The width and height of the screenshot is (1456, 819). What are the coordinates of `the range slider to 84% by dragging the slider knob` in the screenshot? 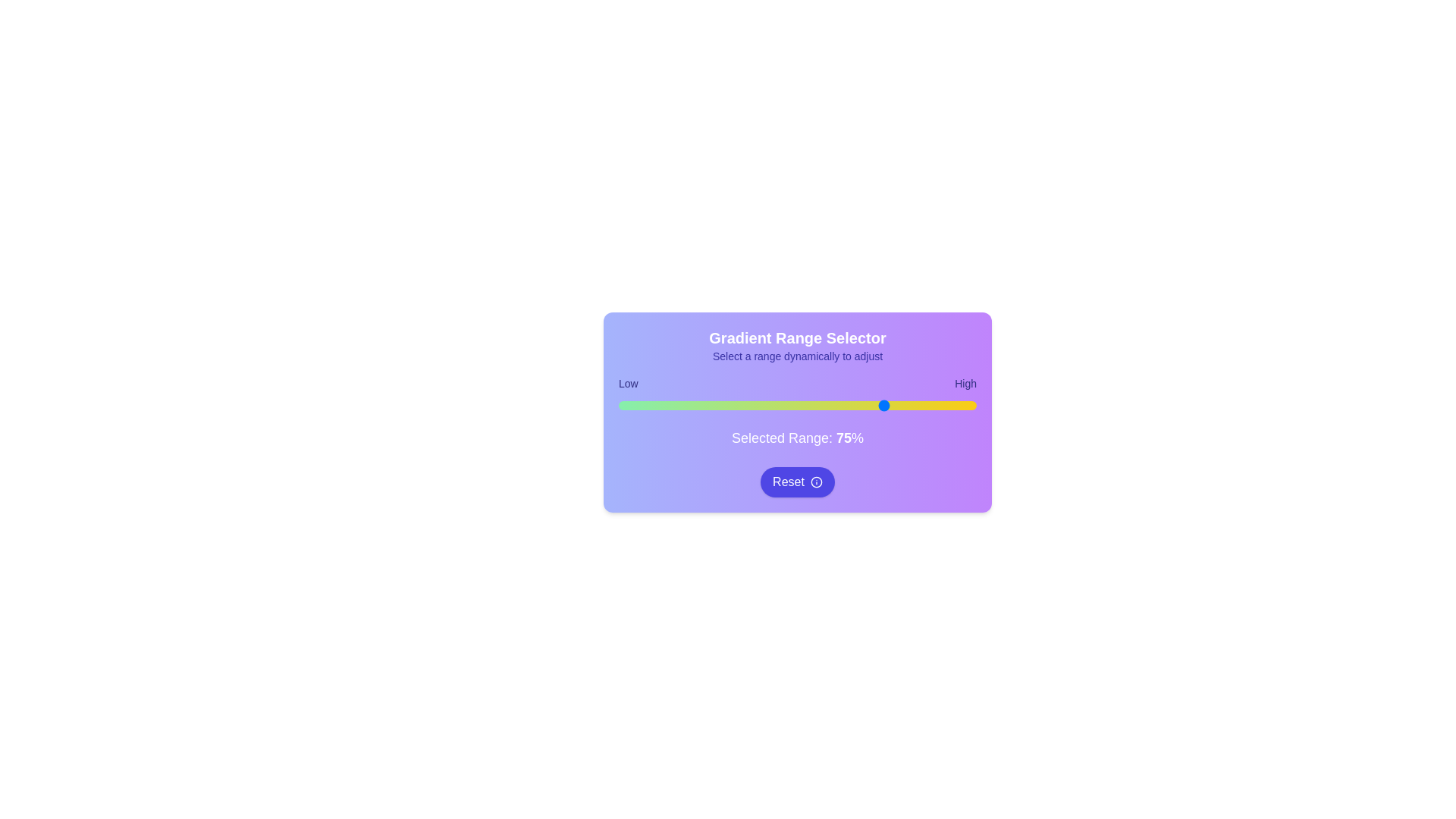 It's located at (918, 405).